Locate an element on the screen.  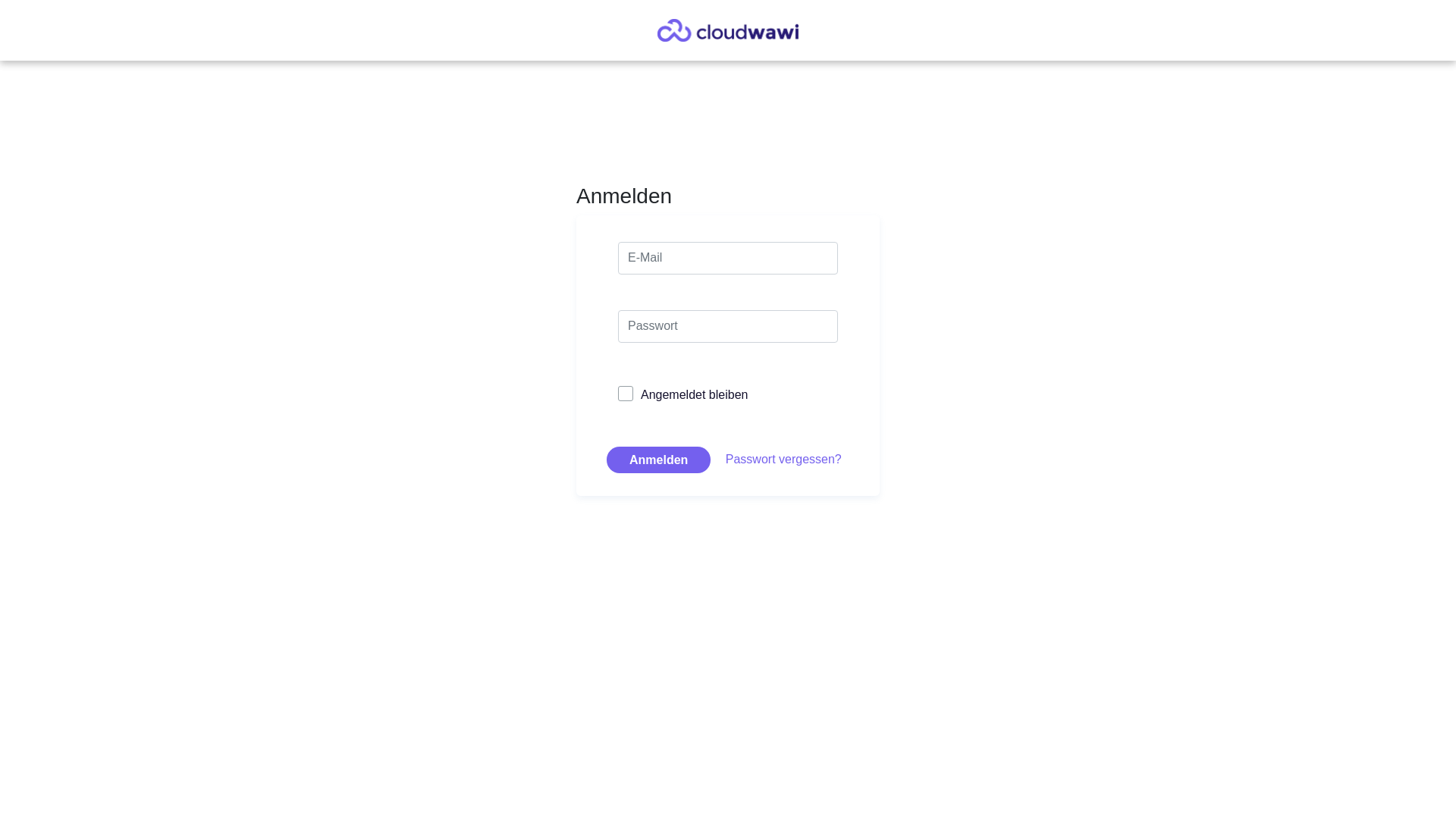
'Passwort vergessen?' is located at coordinates (783, 457).